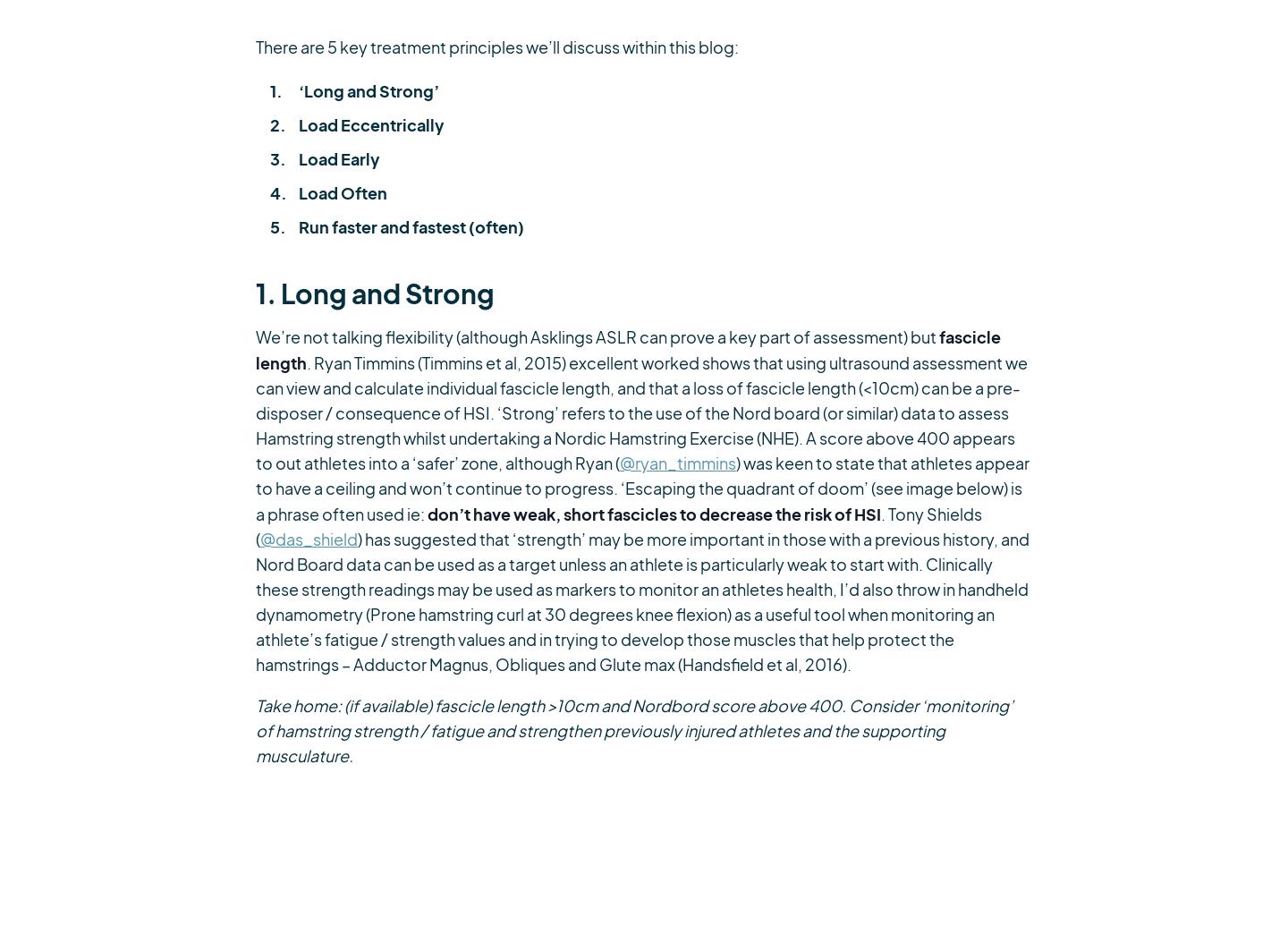 This screenshot has height=943, width=1288. Describe the element at coordinates (642, 488) in the screenshot. I see `') was keen to state that athletes appear to have a ceiling and won’t continue to progress. ‘Escaping the quadrant of doom’ (see image below) is a phrase often used ie:'` at that location.